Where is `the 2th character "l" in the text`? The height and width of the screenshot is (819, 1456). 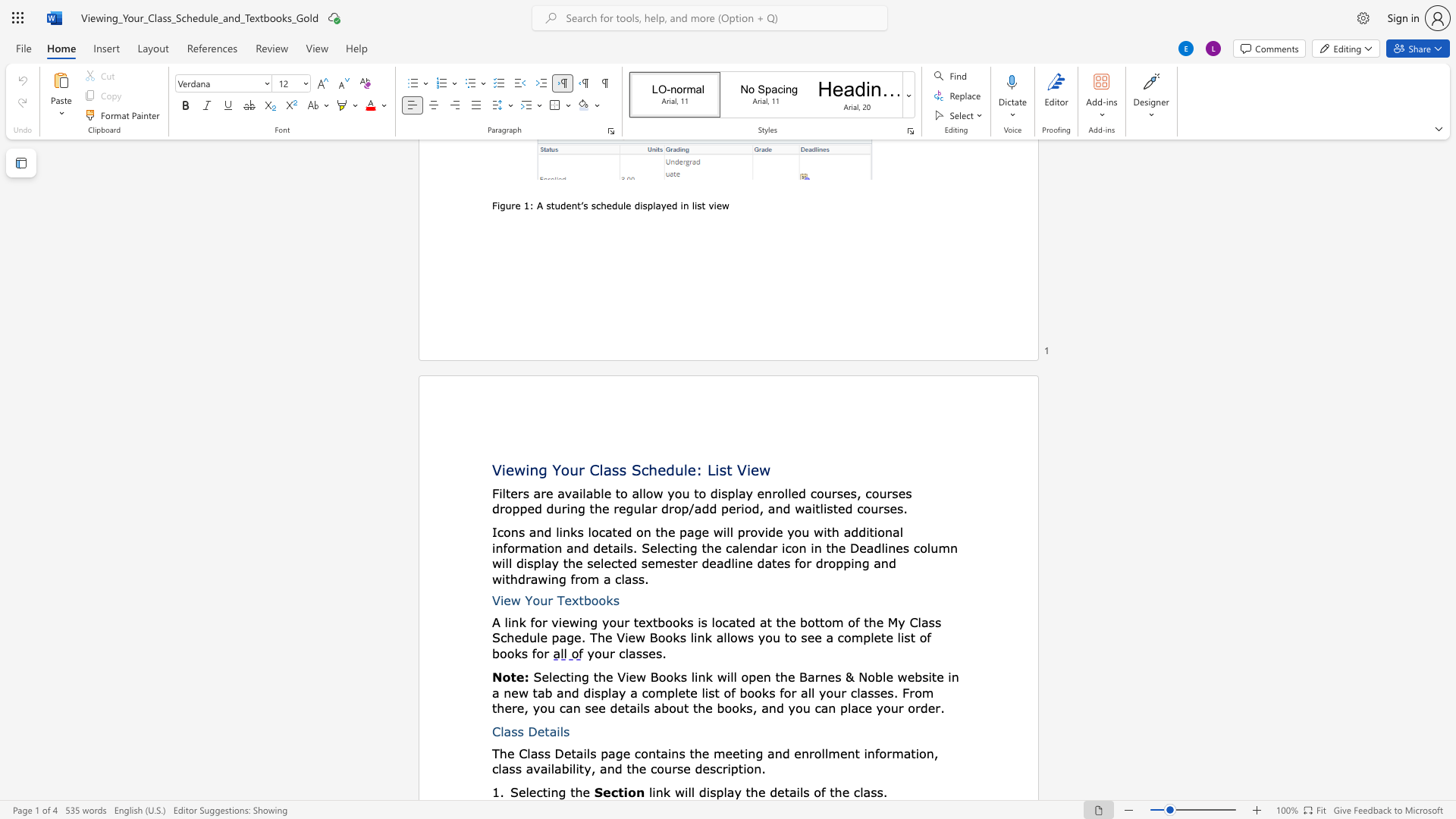 the 2th character "l" in the text is located at coordinates (689, 791).